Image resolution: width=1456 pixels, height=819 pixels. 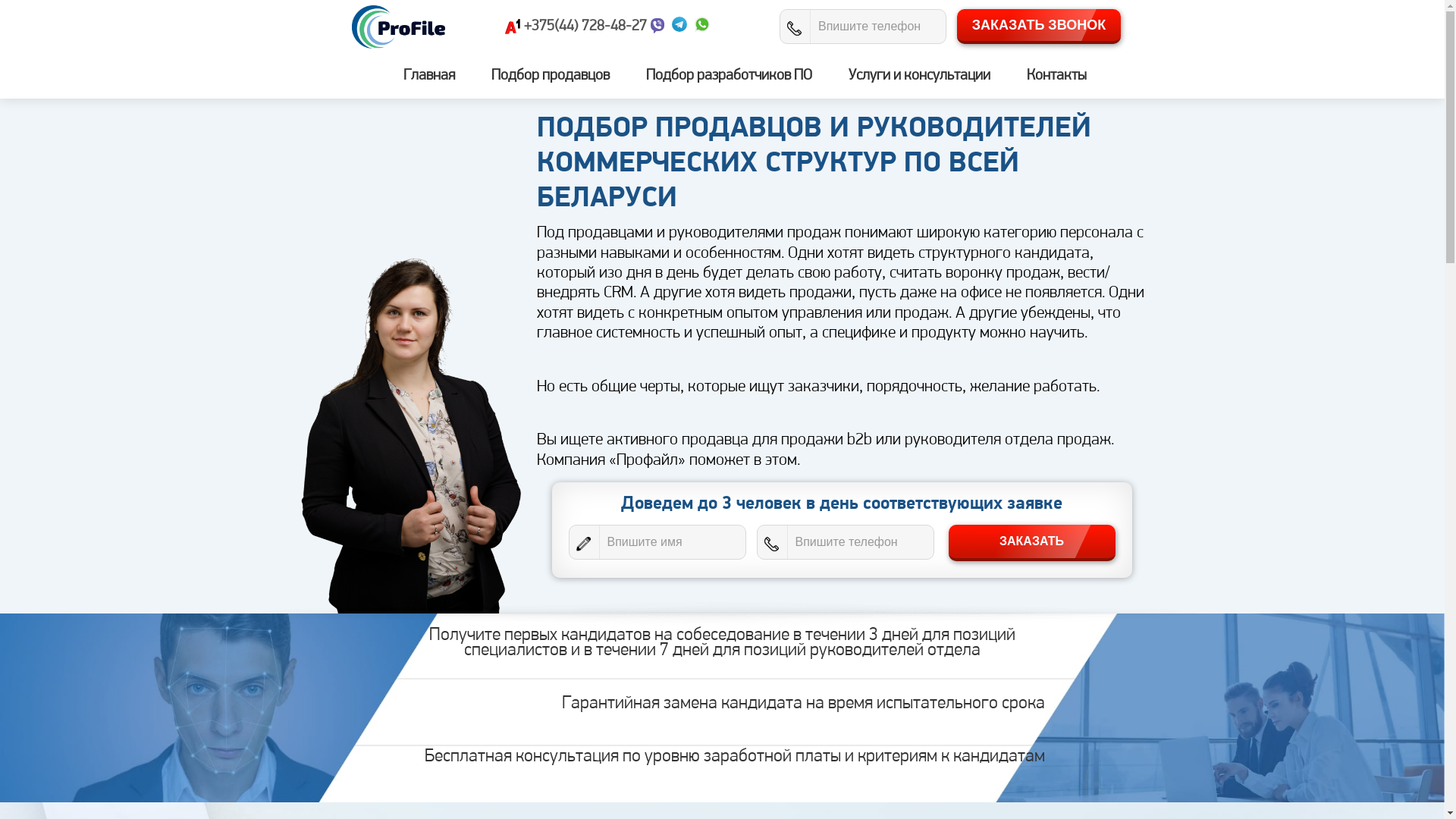 I want to click on '+375(44) 728-48-27', so click(x=584, y=26).